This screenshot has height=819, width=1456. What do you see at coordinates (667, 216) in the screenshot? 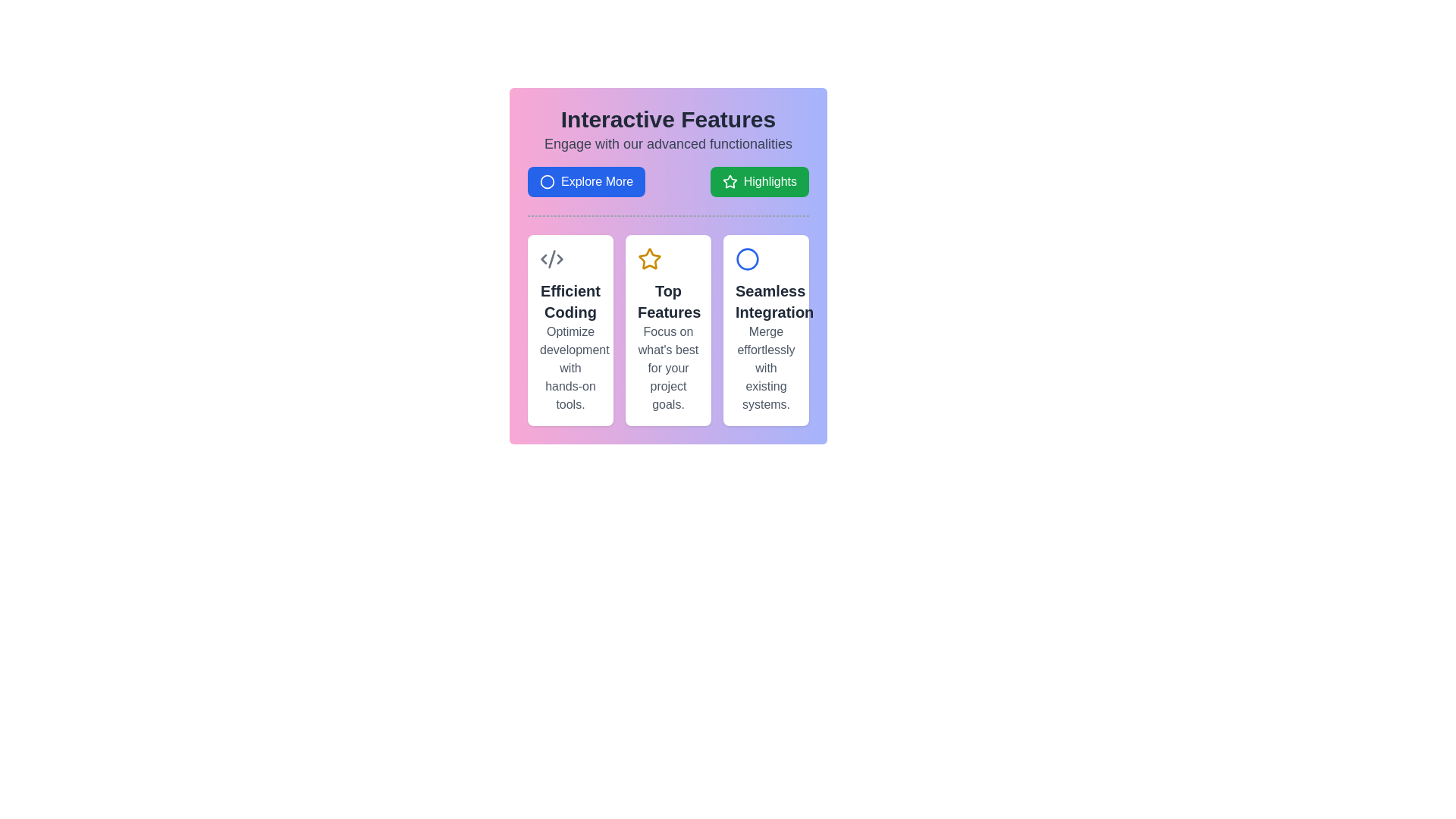
I see `the Divider element that visually separates the button section above from the grid of features below, located horizontally centered below the buttons 'Explore More' and 'Highlights'` at bounding box center [667, 216].